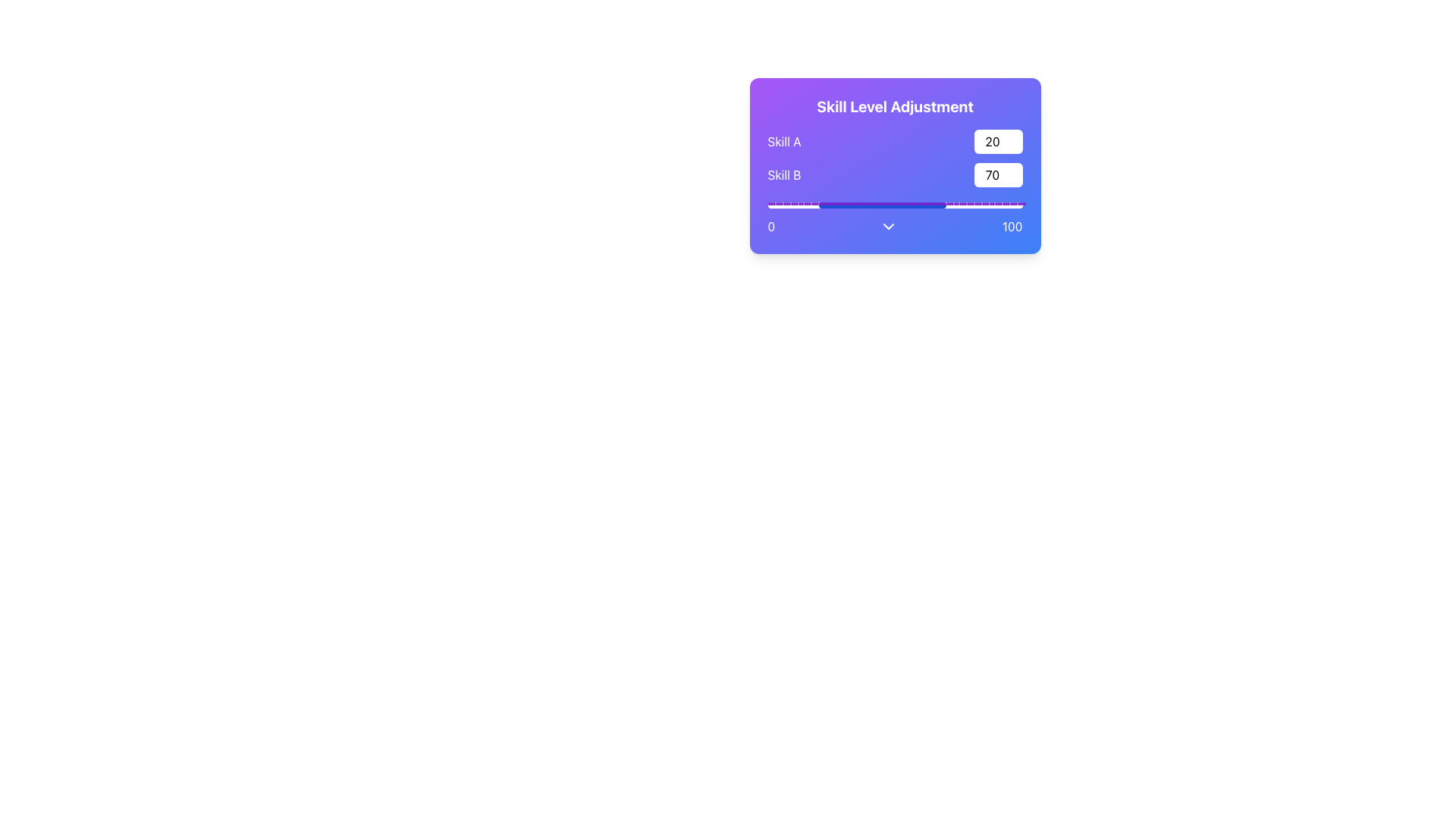 The width and height of the screenshot is (1456, 819). Describe the element at coordinates (895, 158) in the screenshot. I see `the labels 'Skill A' and 'Skill B' in the numerical input form located in the 'Skill Level Adjustment' card for more information` at that location.